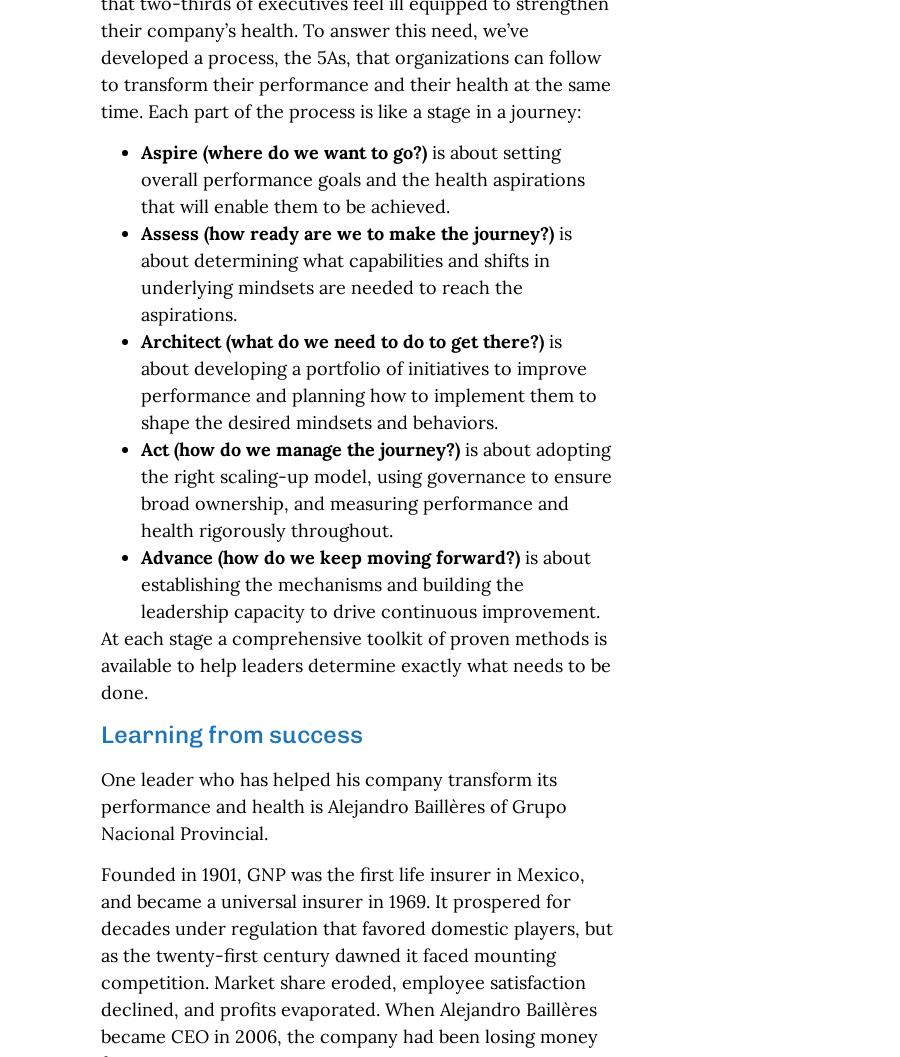 The width and height of the screenshot is (900, 1057). Describe the element at coordinates (346, 232) in the screenshot. I see `'Assess (how ready are we to make the journey?)'` at that location.